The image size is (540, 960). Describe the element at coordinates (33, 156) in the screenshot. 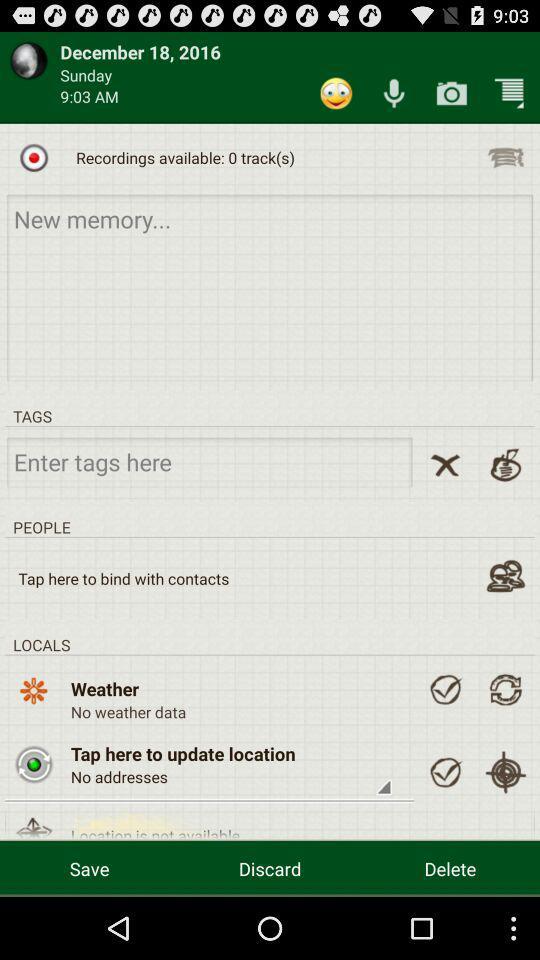

I see `for recording` at that location.